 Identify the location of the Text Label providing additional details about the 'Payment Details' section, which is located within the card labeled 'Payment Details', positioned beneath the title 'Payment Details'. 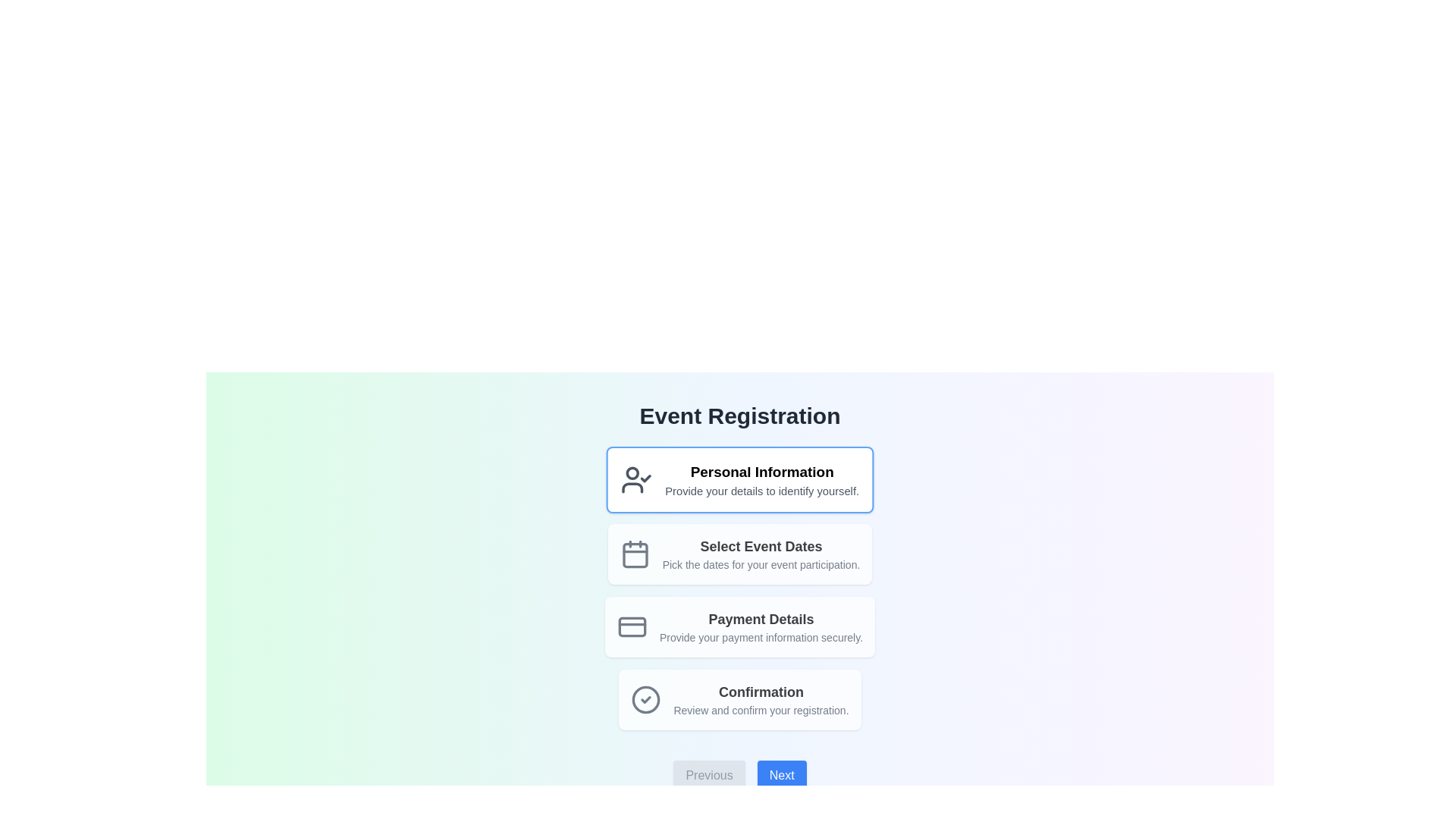
(761, 637).